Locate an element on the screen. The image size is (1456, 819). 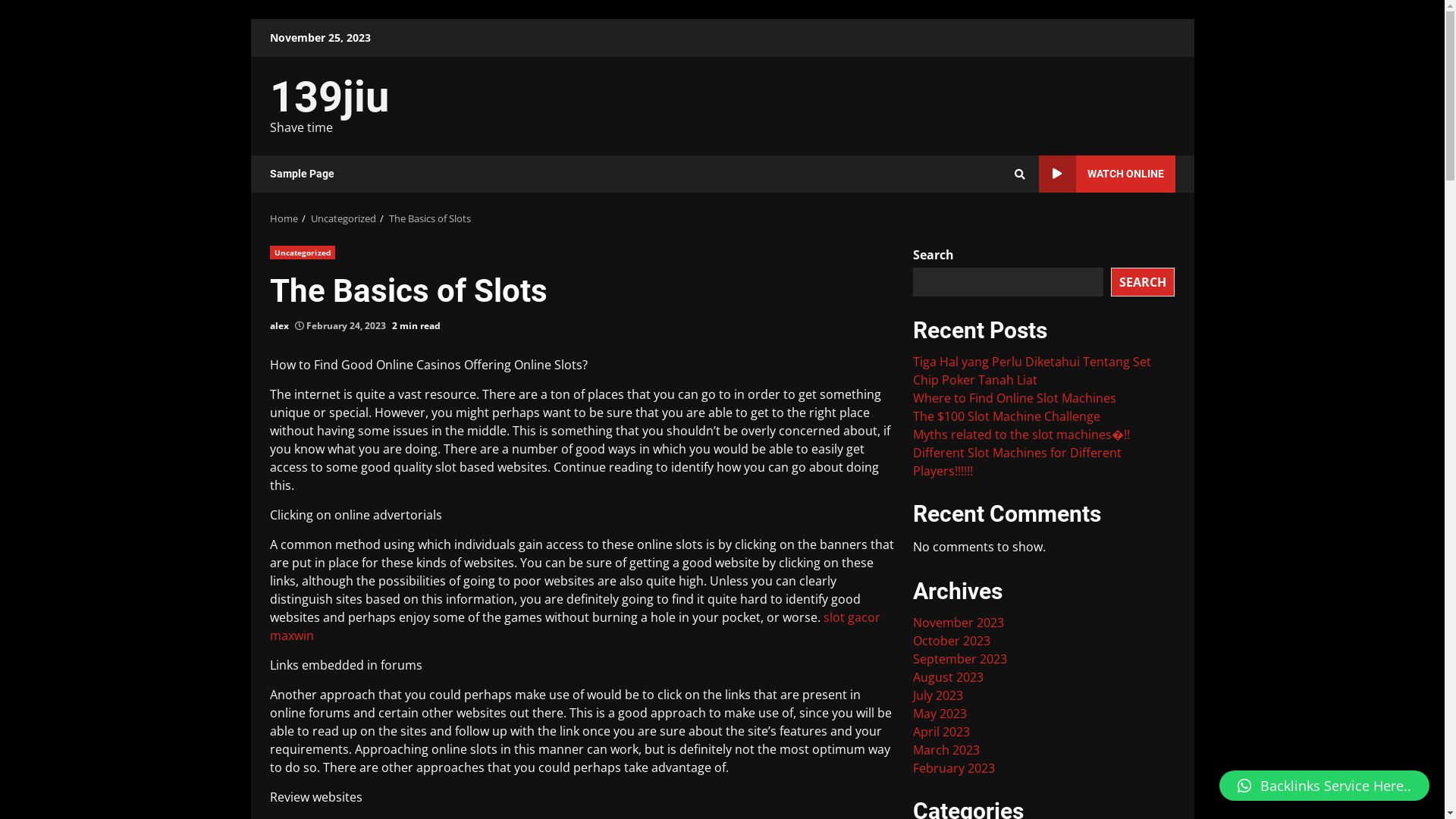
'April 2023' is located at coordinates (940, 730).